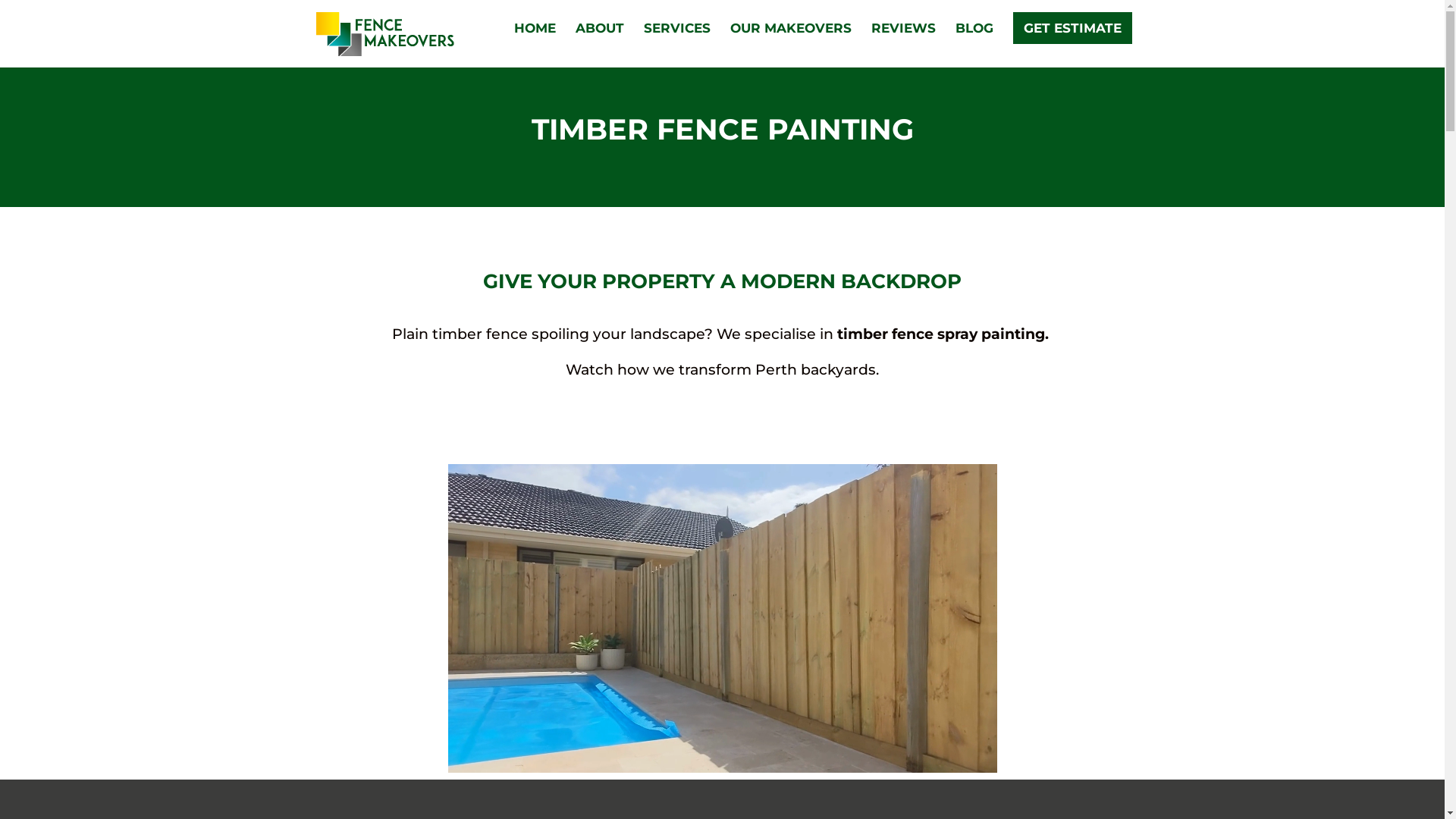 This screenshot has width=1456, height=819. What do you see at coordinates (1072, 28) in the screenshot?
I see `'GET ESTIMATE'` at bounding box center [1072, 28].